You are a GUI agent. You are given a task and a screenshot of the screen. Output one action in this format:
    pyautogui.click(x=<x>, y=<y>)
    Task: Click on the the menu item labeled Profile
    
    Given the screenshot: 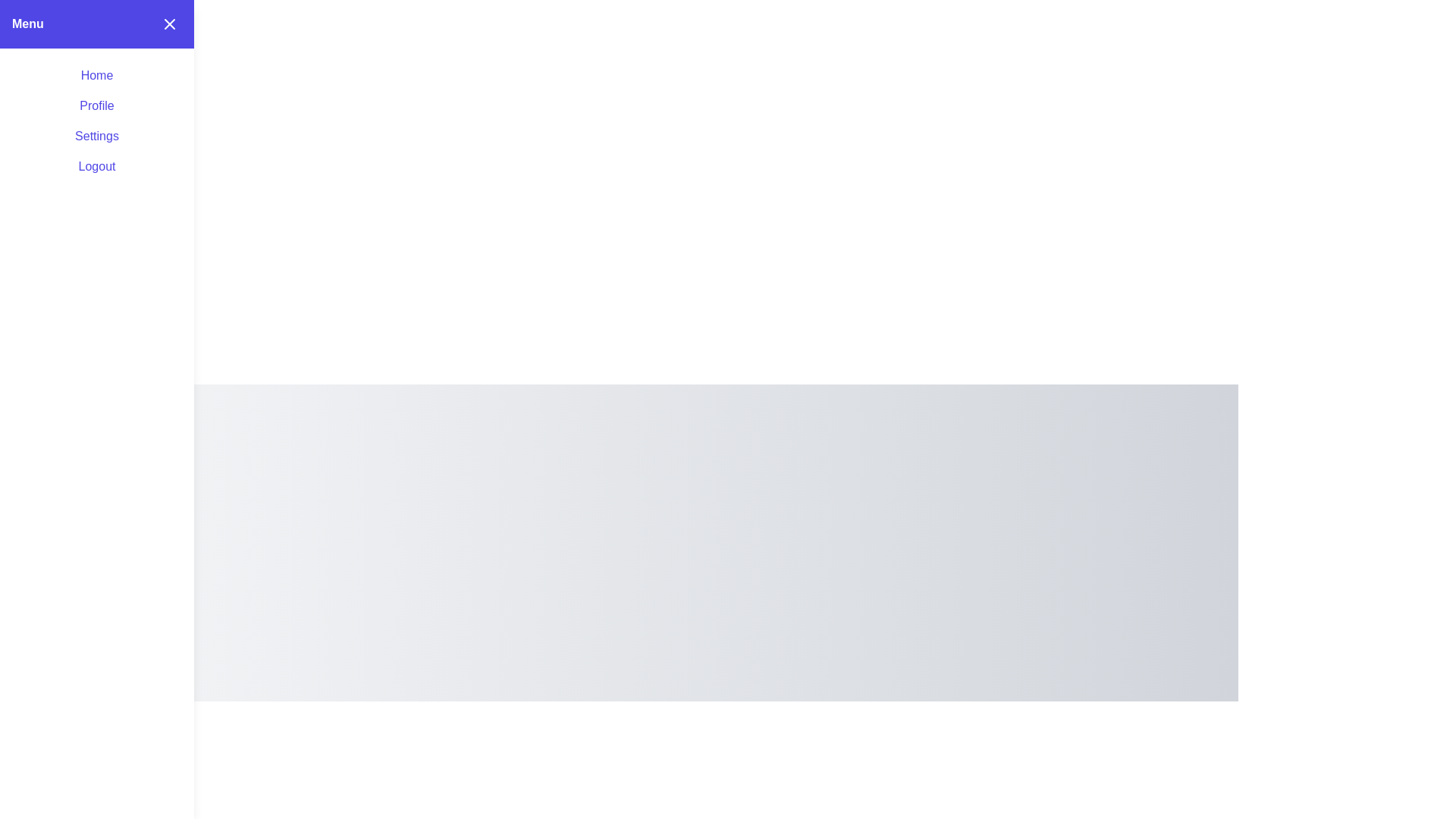 What is the action you would take?
    pyautogui.click(x=96, y=105)
    